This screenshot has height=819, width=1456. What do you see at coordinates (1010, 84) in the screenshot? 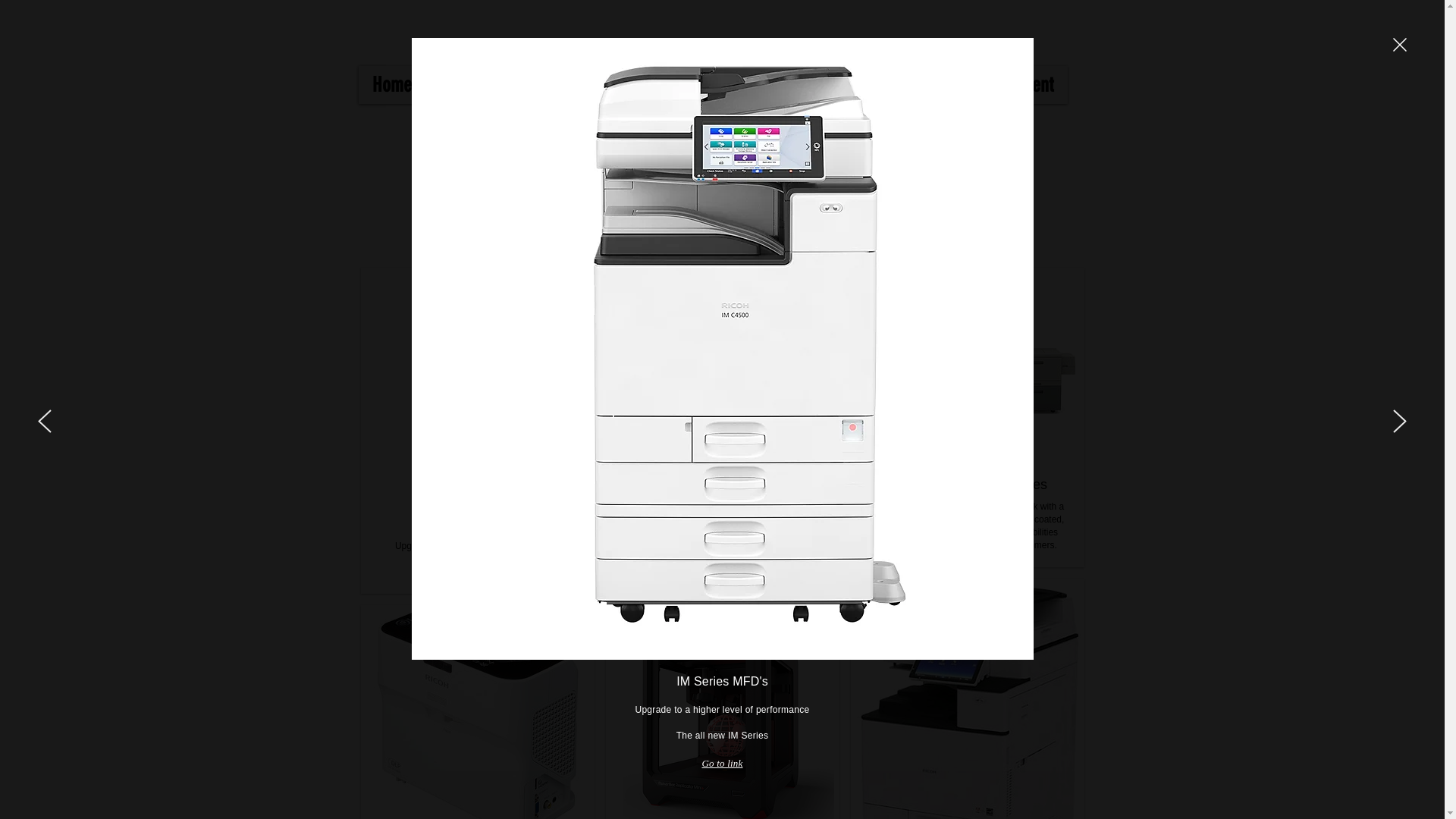
I see `'Environment'` at bounding box center [1010, 84].